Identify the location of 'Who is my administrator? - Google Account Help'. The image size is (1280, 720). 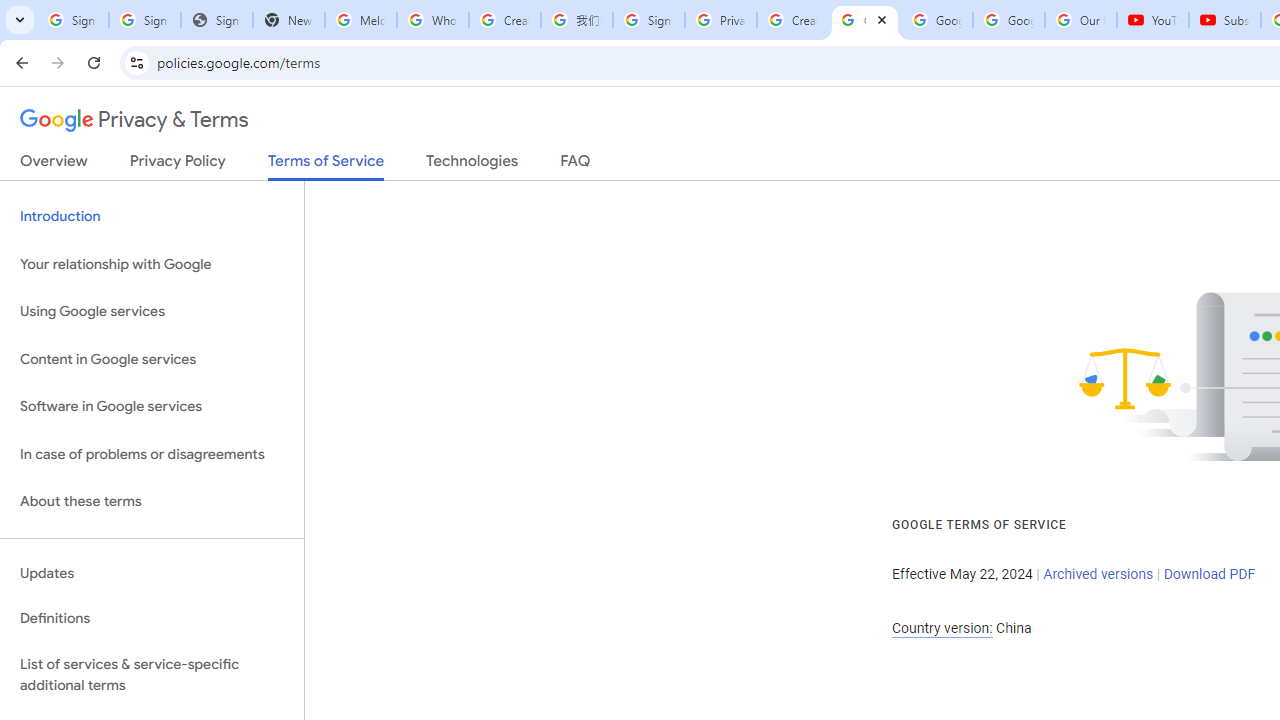
(431, 20).